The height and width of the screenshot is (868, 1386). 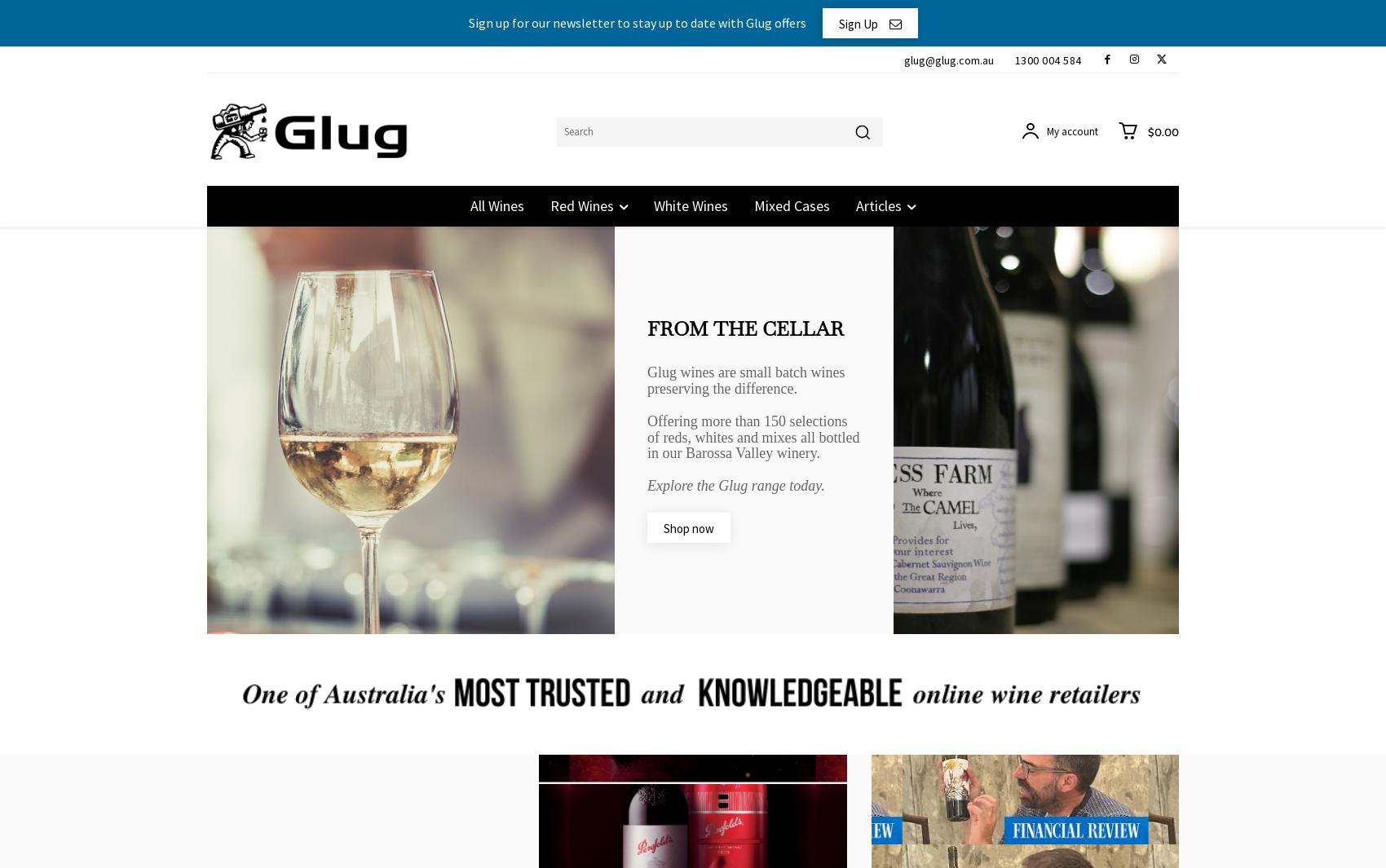 What do you see at coordinates (469, 204) in the screenshot?
I see `'All Wines'` at bounding box center [469, 204].